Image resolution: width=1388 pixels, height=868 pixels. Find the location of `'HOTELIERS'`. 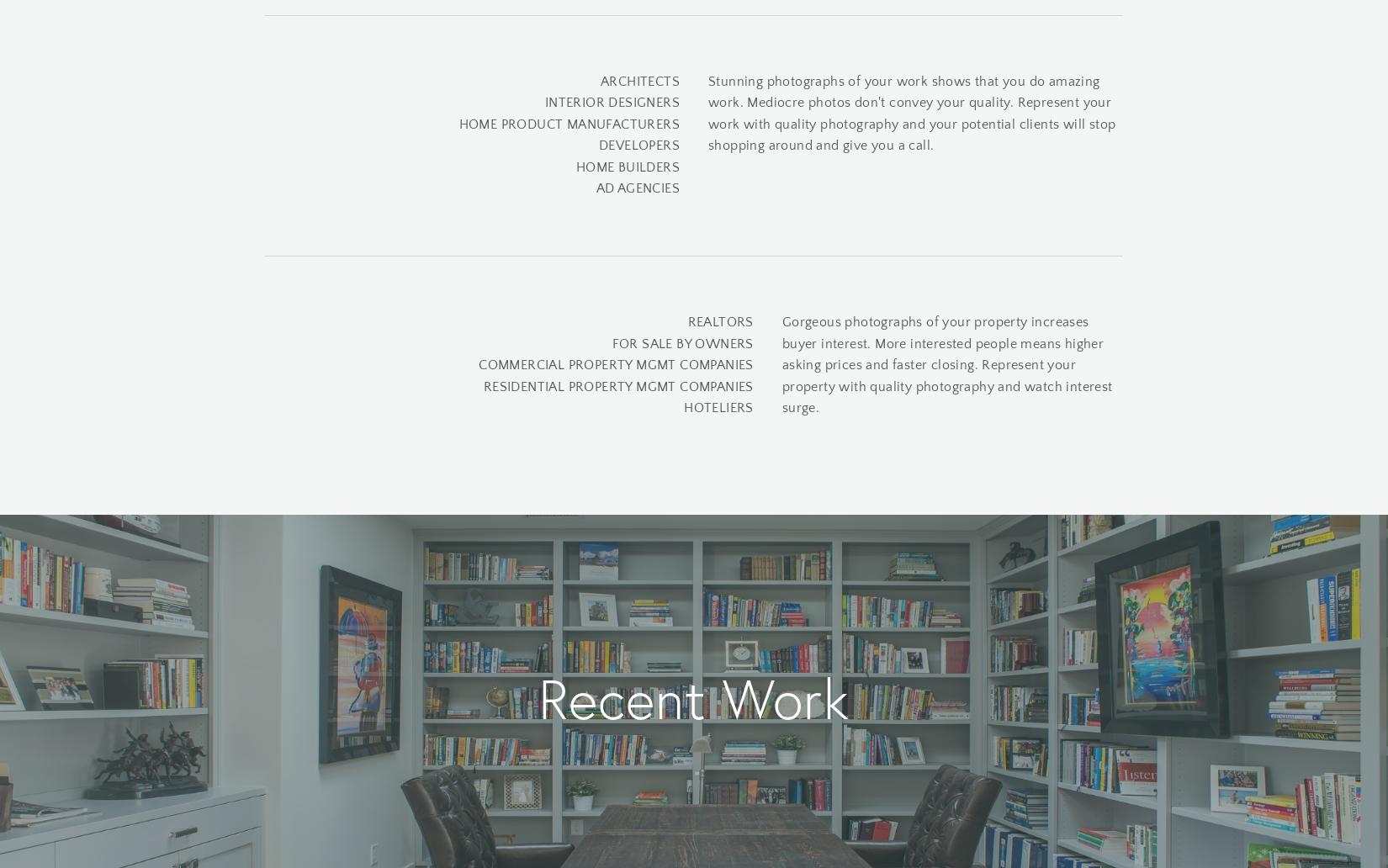

'HOTELIERS' is located at coordinates (682, 407).